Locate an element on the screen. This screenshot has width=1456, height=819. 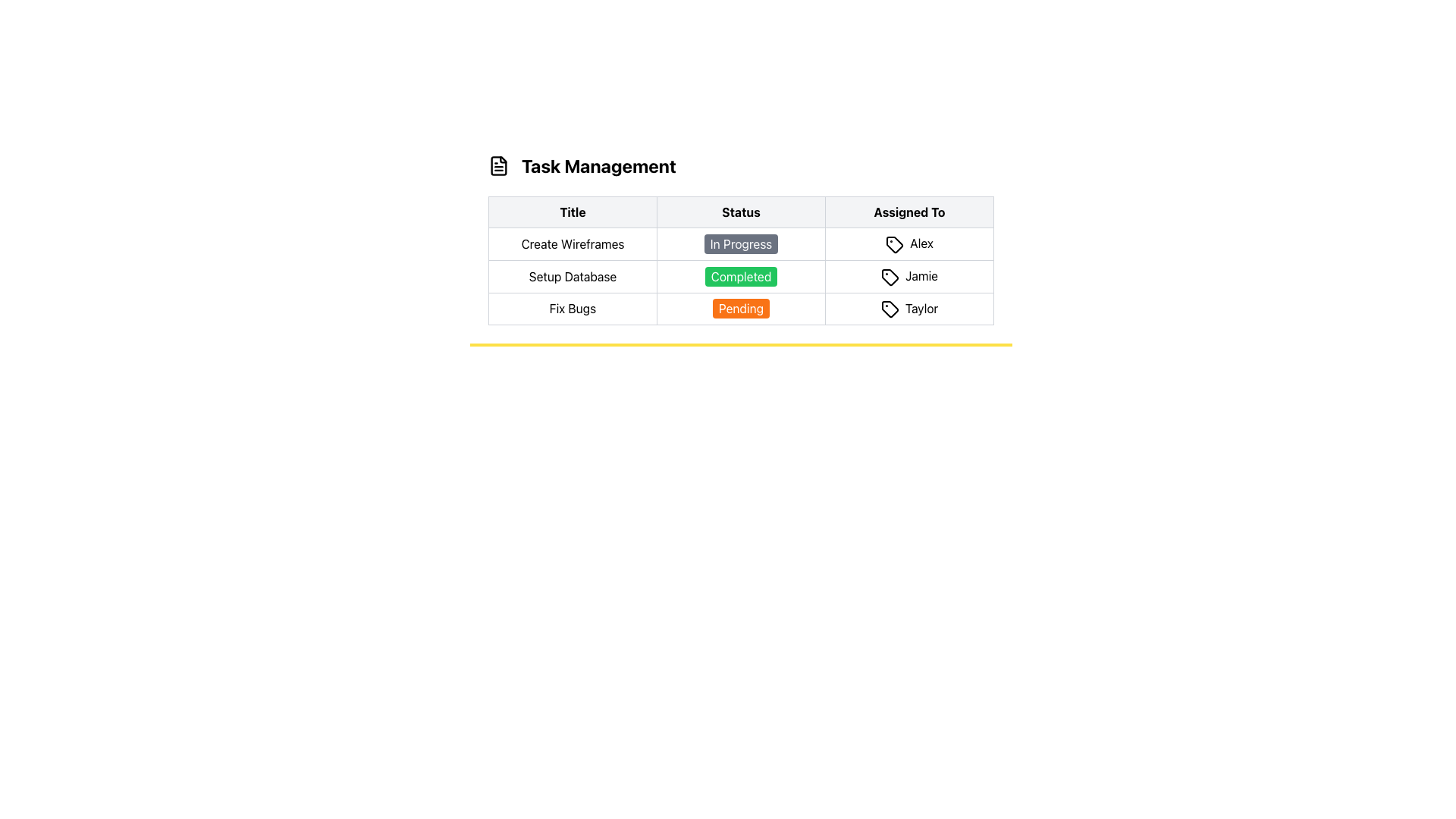
the simplistic document icon with a folded corner located near the top-left corner of the interface, directly above the center of the table is located at coordinates (498, 166).